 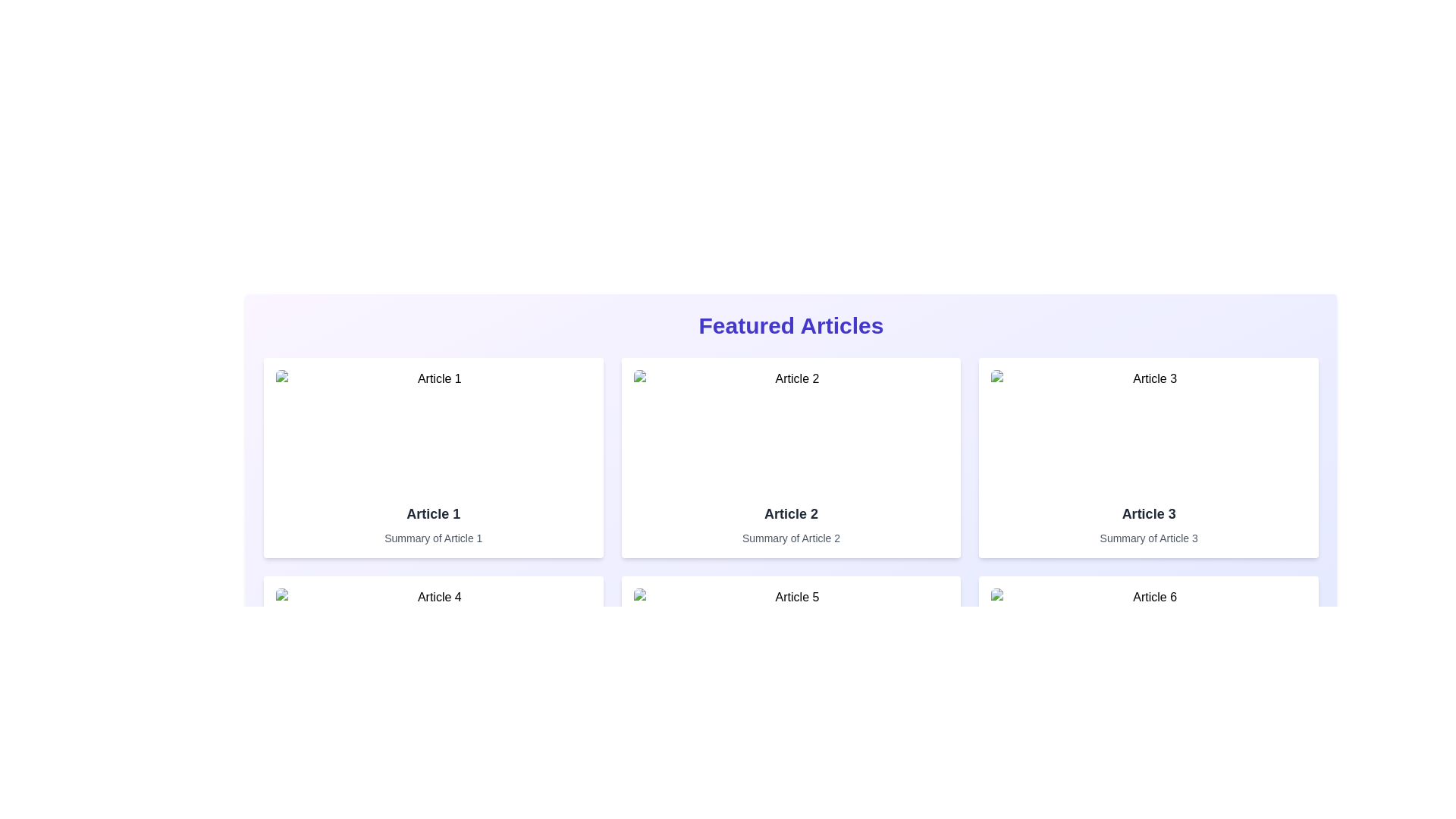 I want to click on the Card component displaying 'Article 3' in the grid layout, which has a white background and rounded corners, so click(x=1149, y=457).